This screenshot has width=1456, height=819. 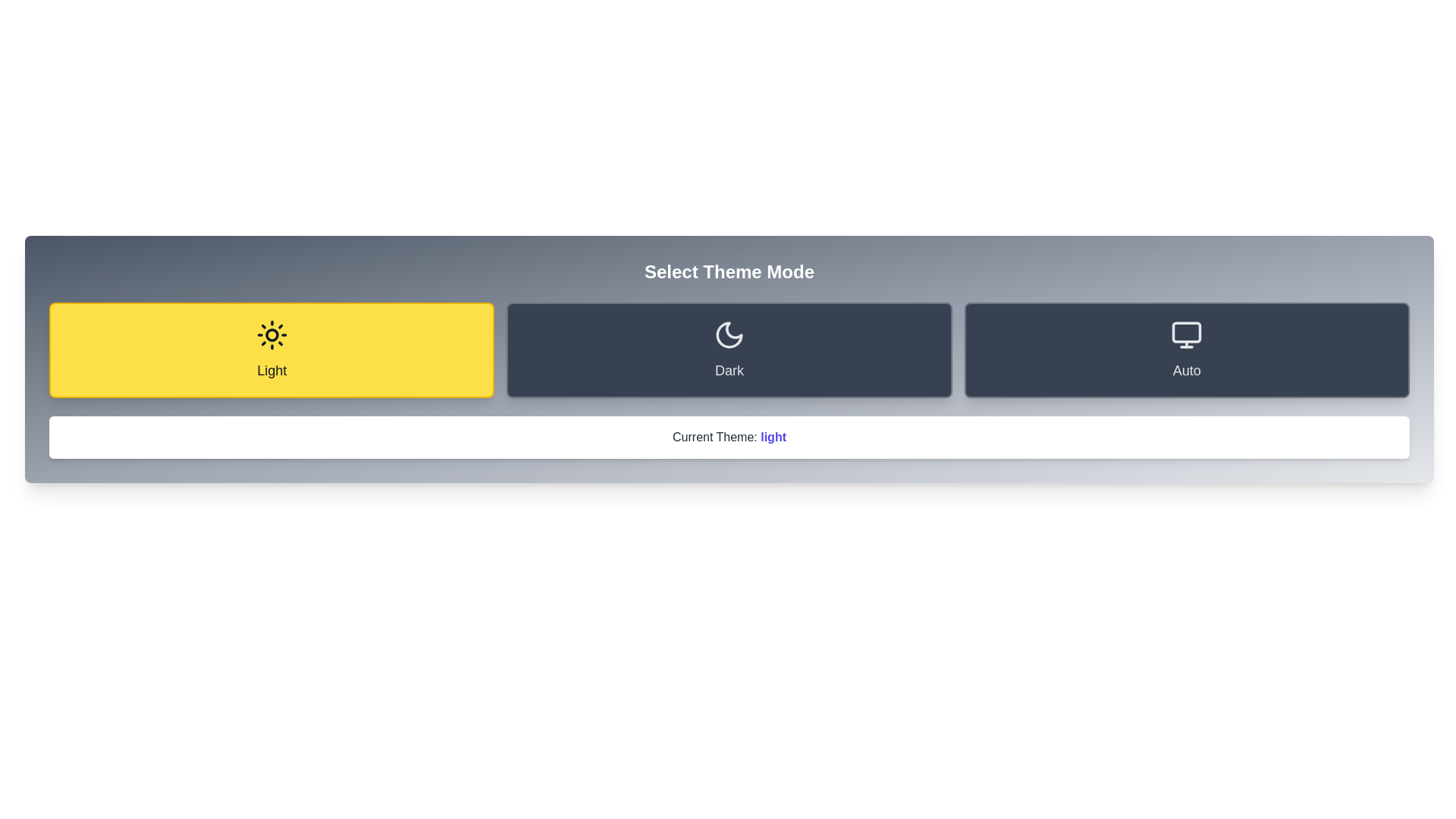 I want to click on the 'Auto' theme-setting icon, which is the rightmost option in the theme mode selection group, so click(x=1186, y=334).